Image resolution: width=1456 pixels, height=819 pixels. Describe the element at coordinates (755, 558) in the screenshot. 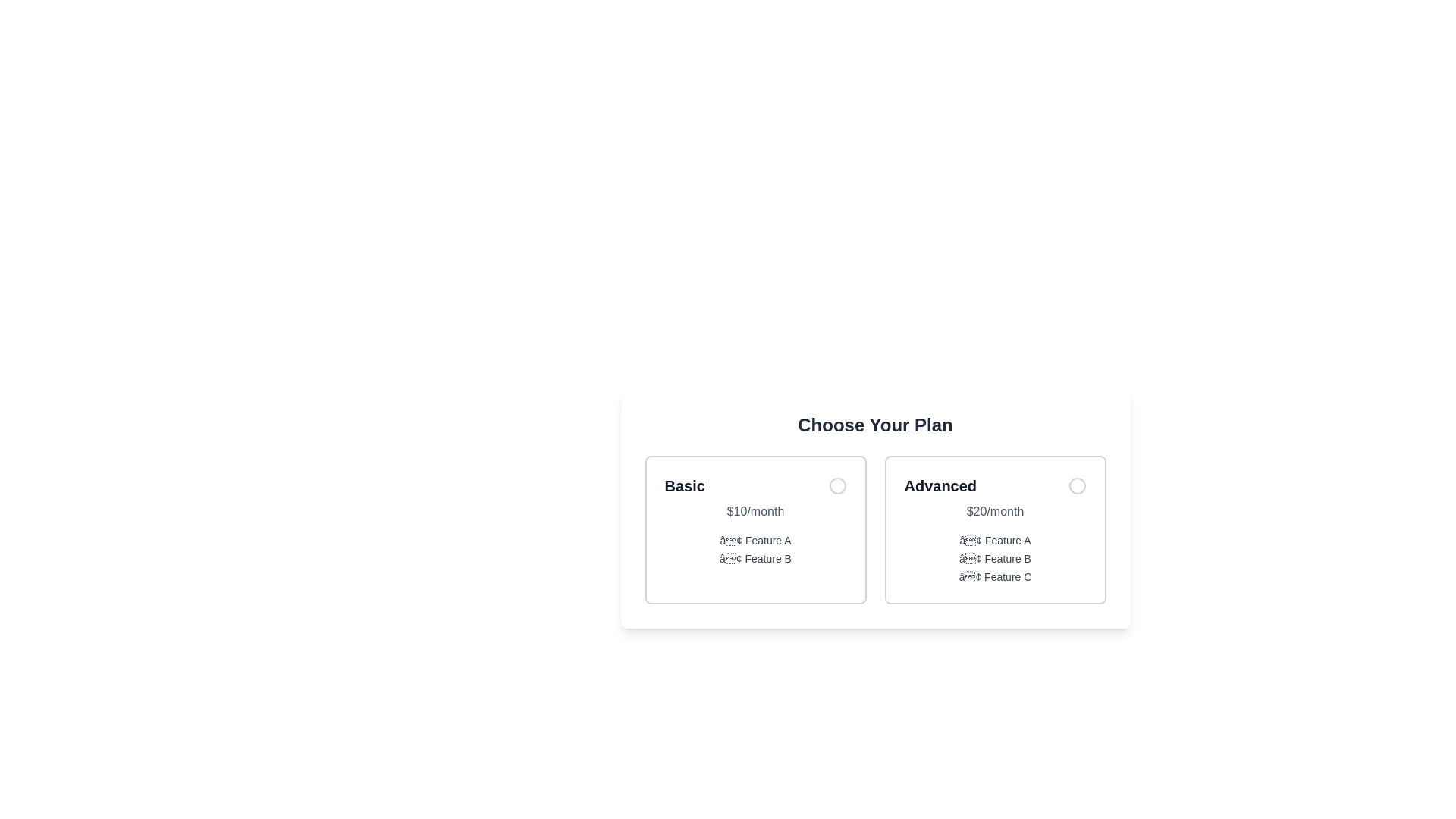

I see `text label that says '• Feature B', which is the second feature listed under the 'Basic' plan on the left side of the interface` at that location.